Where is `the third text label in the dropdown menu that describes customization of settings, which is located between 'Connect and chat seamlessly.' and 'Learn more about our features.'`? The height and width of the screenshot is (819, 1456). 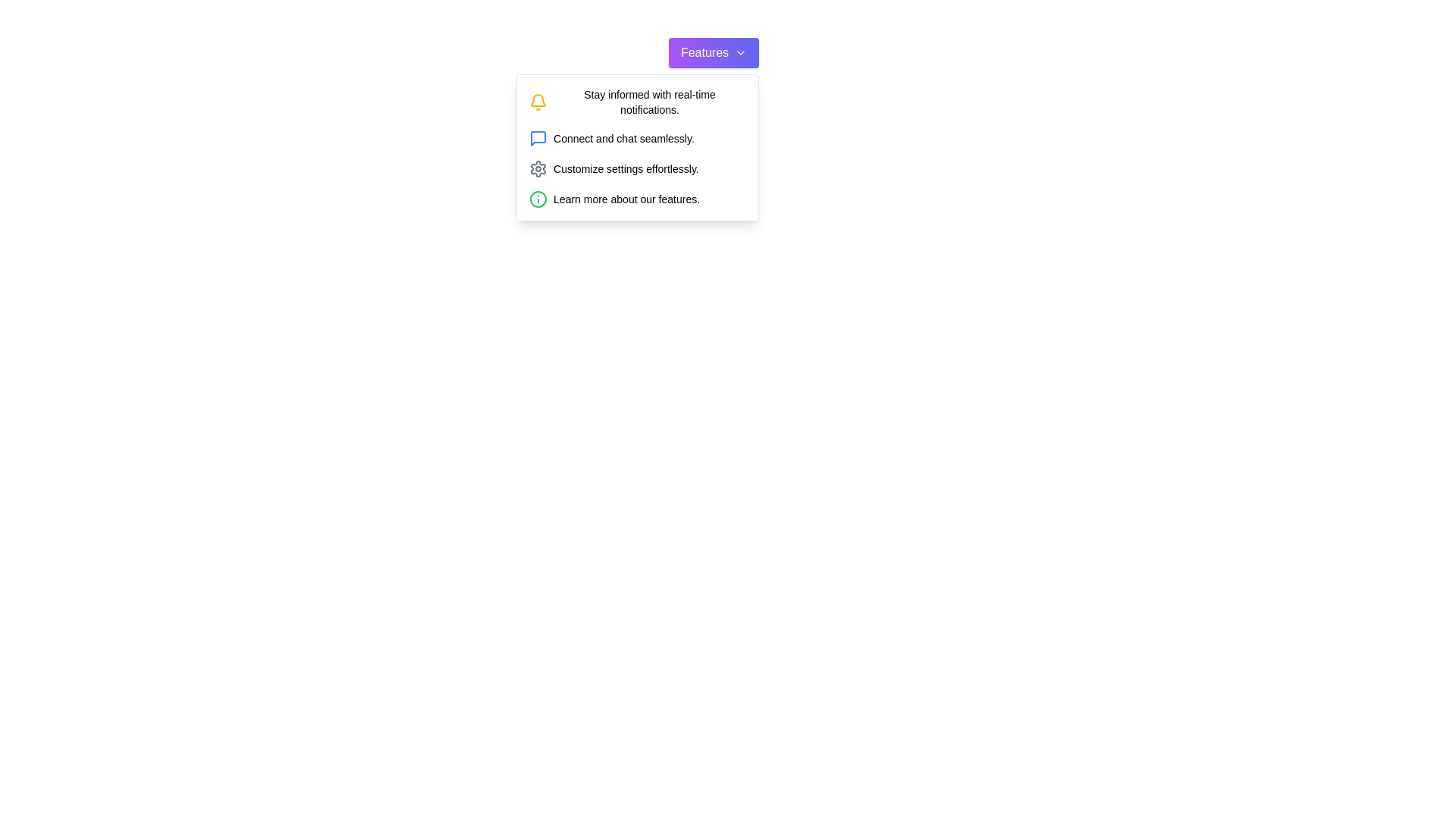
the third text label in the dropdown menu that describes customization of settings, which is located between 'Connect and chat seamlessly.' and 'Learn more about our features.' is located at coordinates (626, 169).